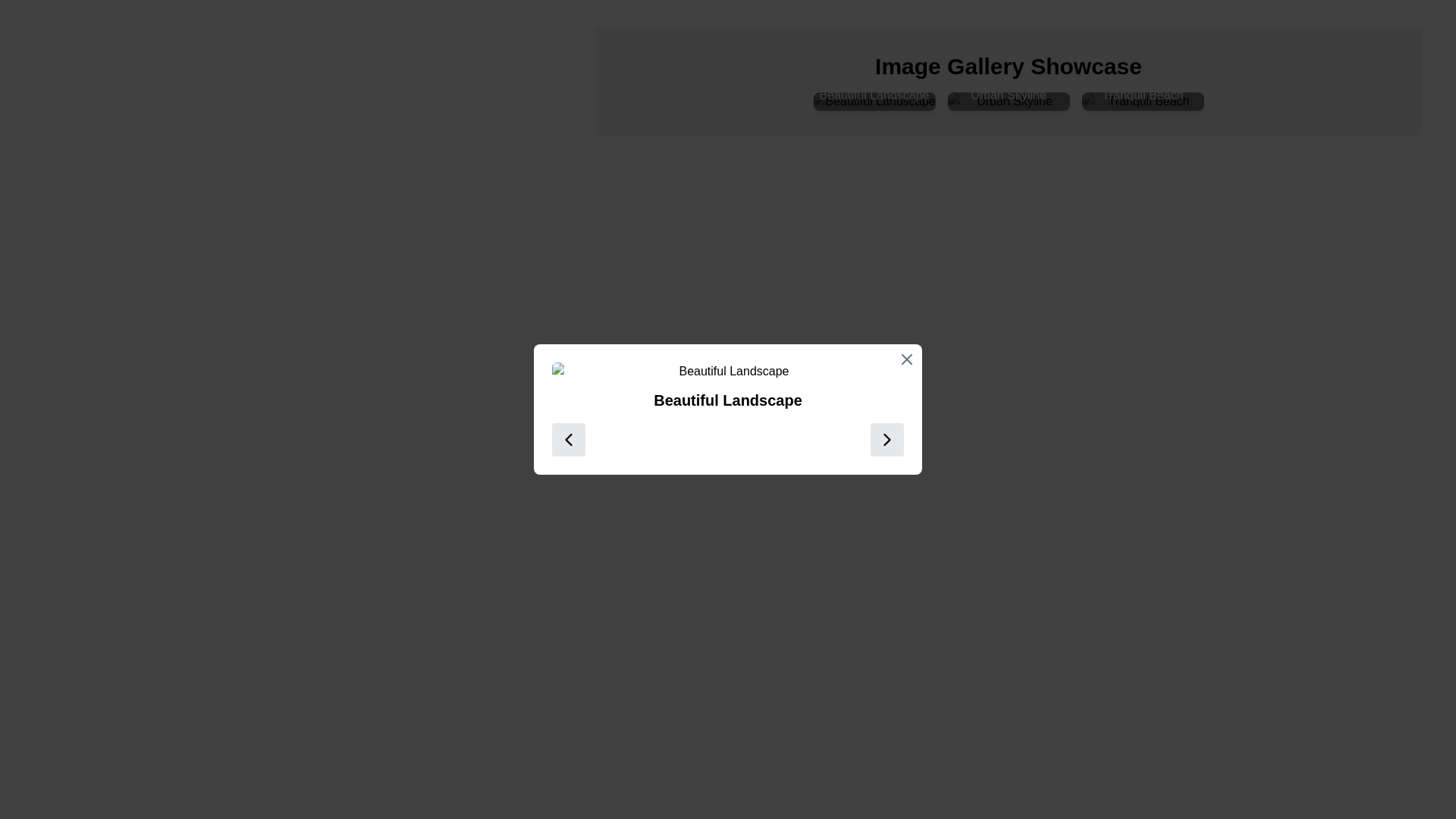 This screenshot has width=1456, height=819. What do you see at coordinates (1143, 102) in the screenshot?
I see `on the 'Tranquil Beach' image card, which displays an image with the caption 'Tranquil Beach' in white text against a black semi-transparent background, located as the rightmost card in a grid layout` at bounding box center [1143, 102].